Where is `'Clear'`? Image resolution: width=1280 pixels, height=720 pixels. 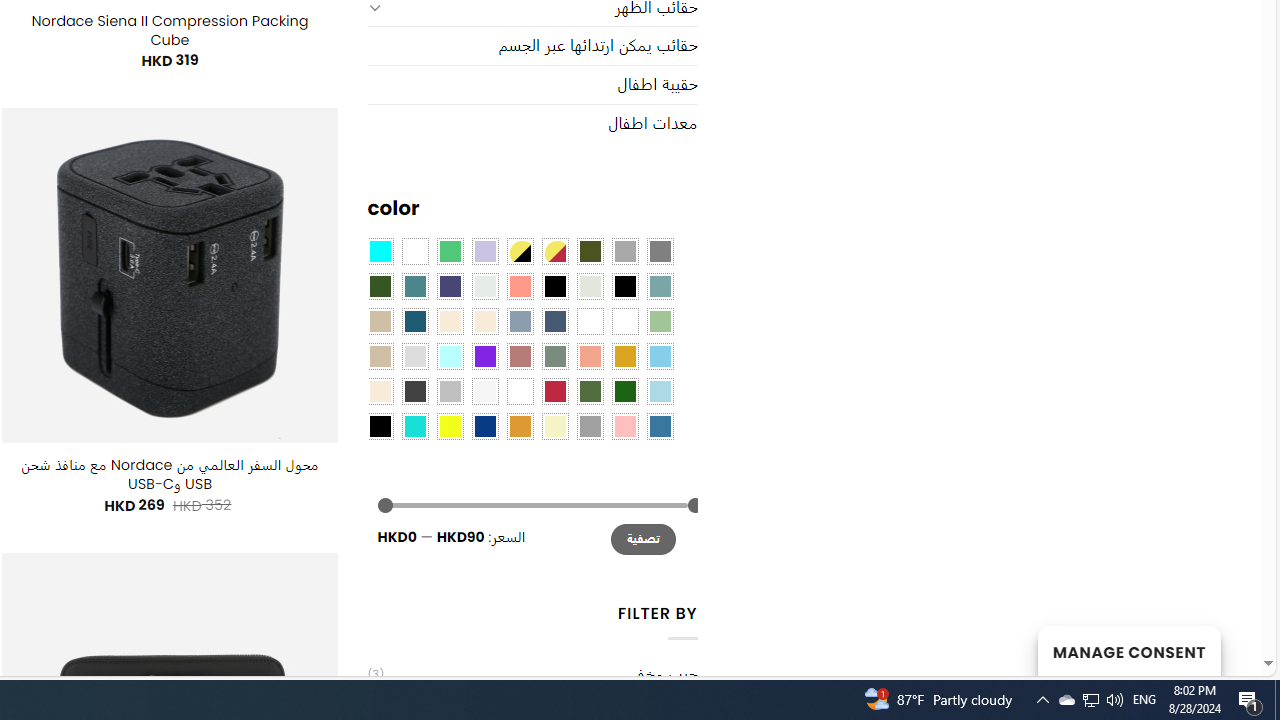
'Clear' is located at coordinates (413, 250).